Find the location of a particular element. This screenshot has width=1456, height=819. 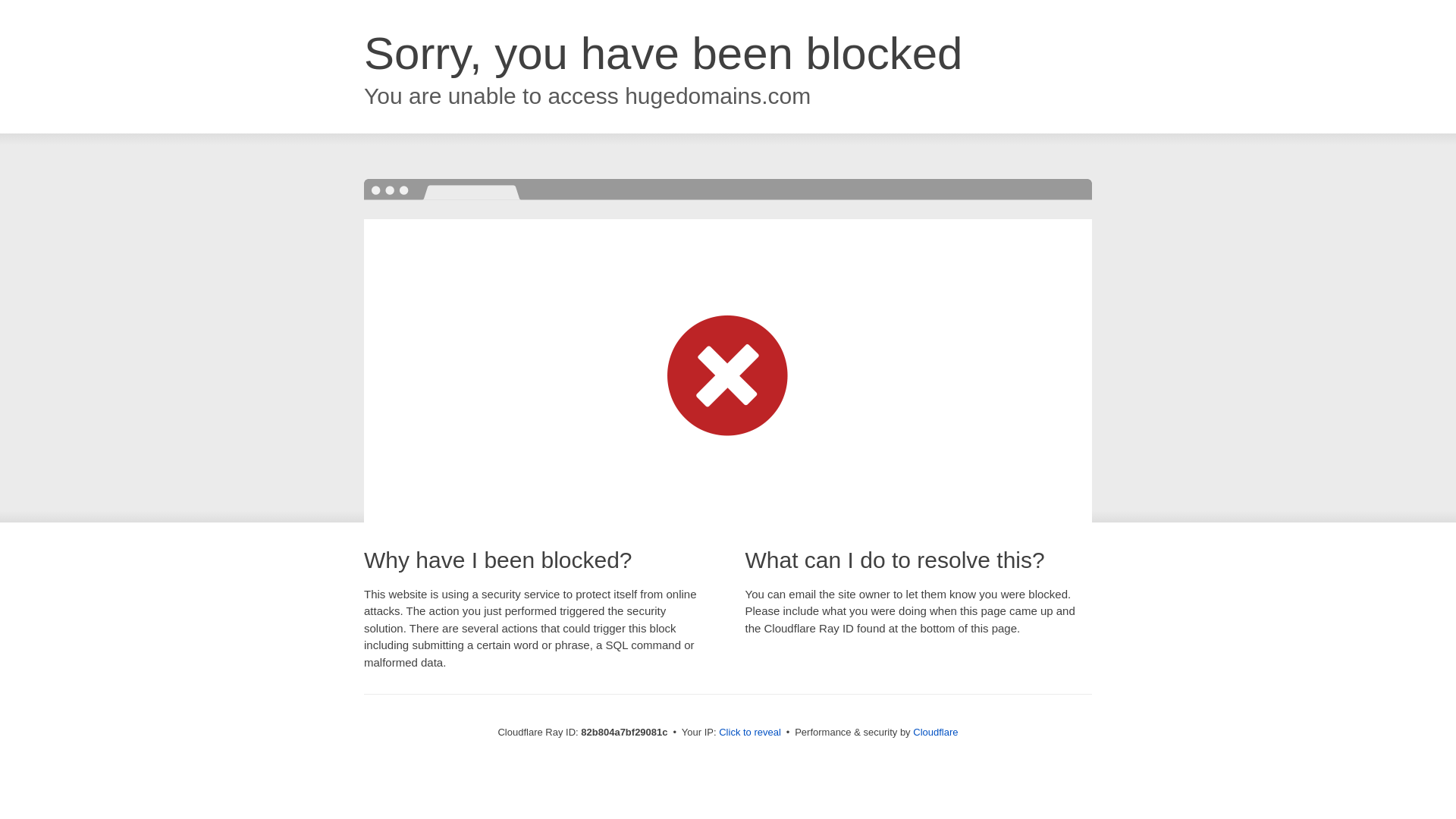

'Click to reveal' is located at coordinates (749, 731).